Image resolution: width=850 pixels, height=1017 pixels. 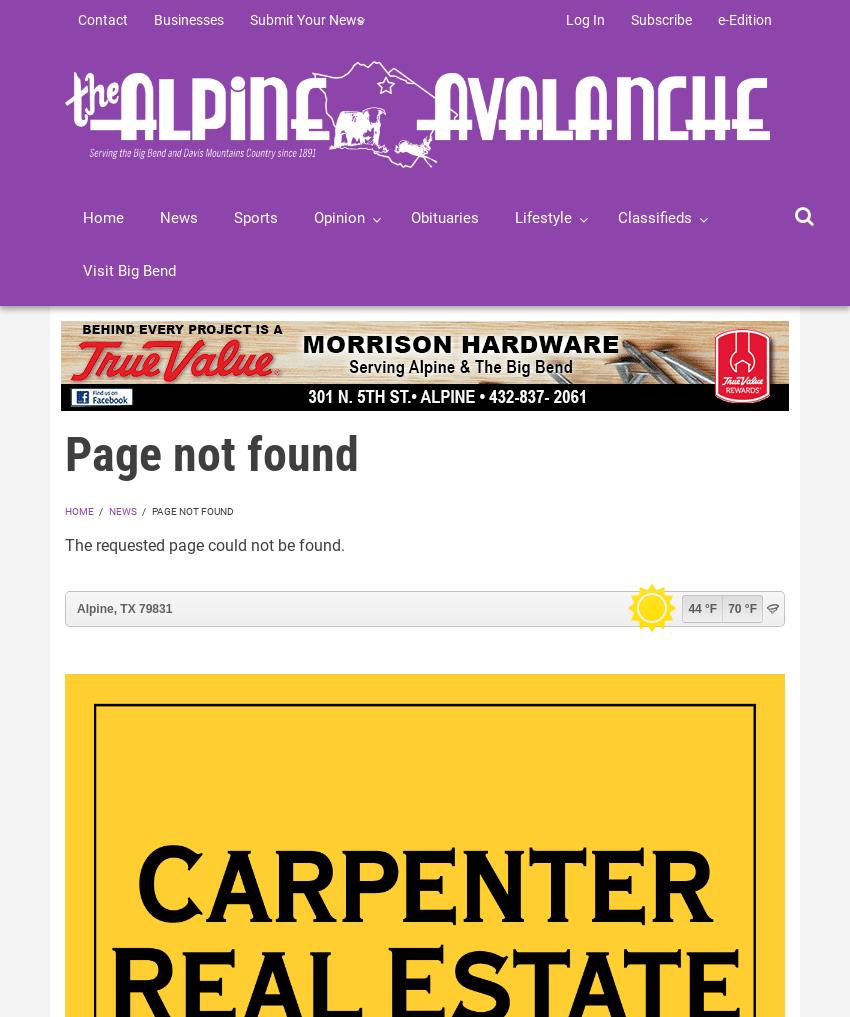 I want to click on 'Contact', so click(x=102, y=19).